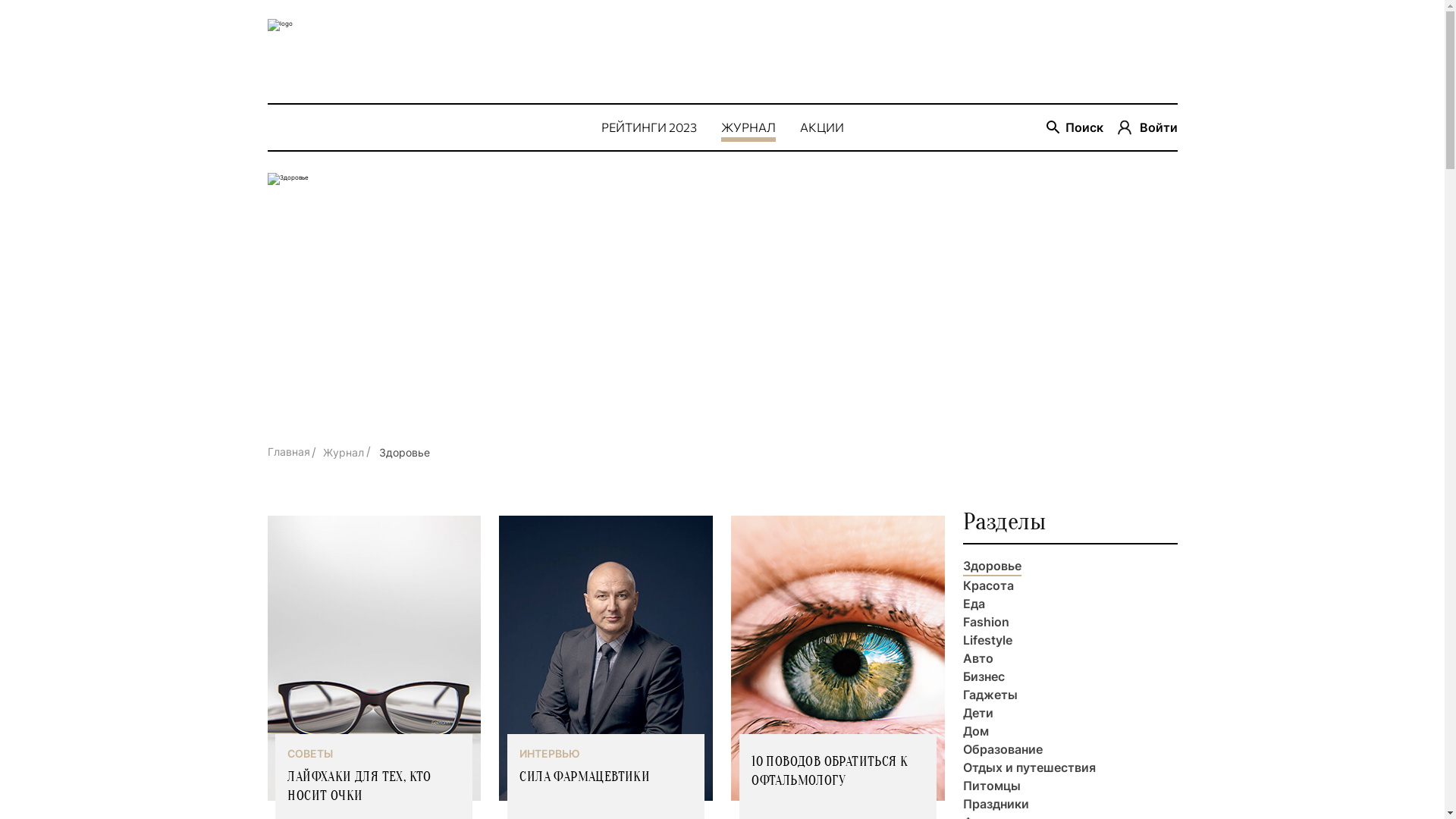 The height and width of the screenshot is (819, 1456). Describe the element at coordinates (986, 622) in the screenshot. I see `'Fashion'` at that location.